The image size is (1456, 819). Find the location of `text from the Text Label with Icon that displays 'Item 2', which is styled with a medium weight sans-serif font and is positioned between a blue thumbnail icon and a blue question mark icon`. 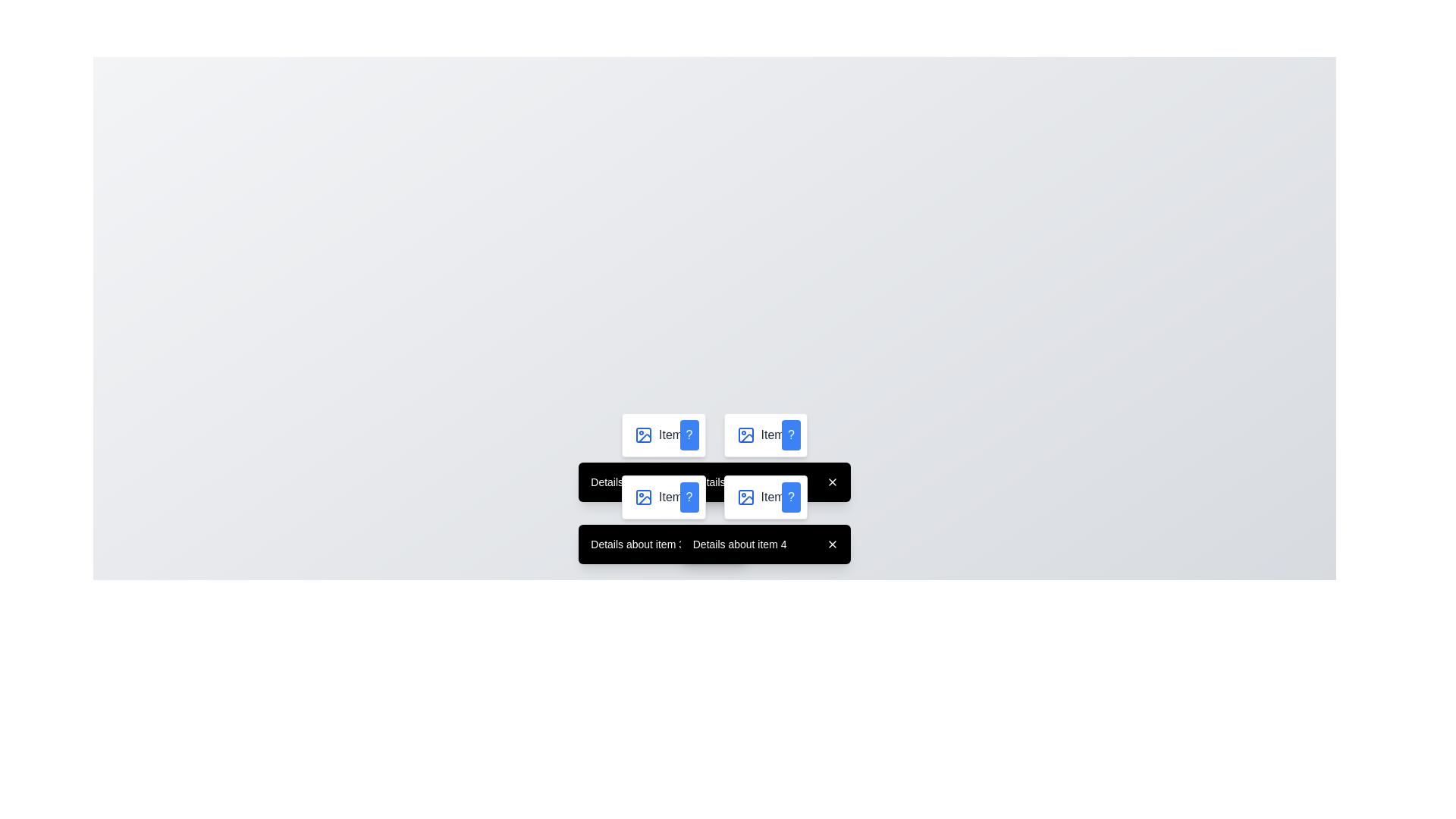

text from the Text Label with Icon that displays 'Item 2', which is styled with a medium weight sans-serif font and is positioned between a blue thumbnail icon and a blue question mark icon is located at coordinates (765, 435).